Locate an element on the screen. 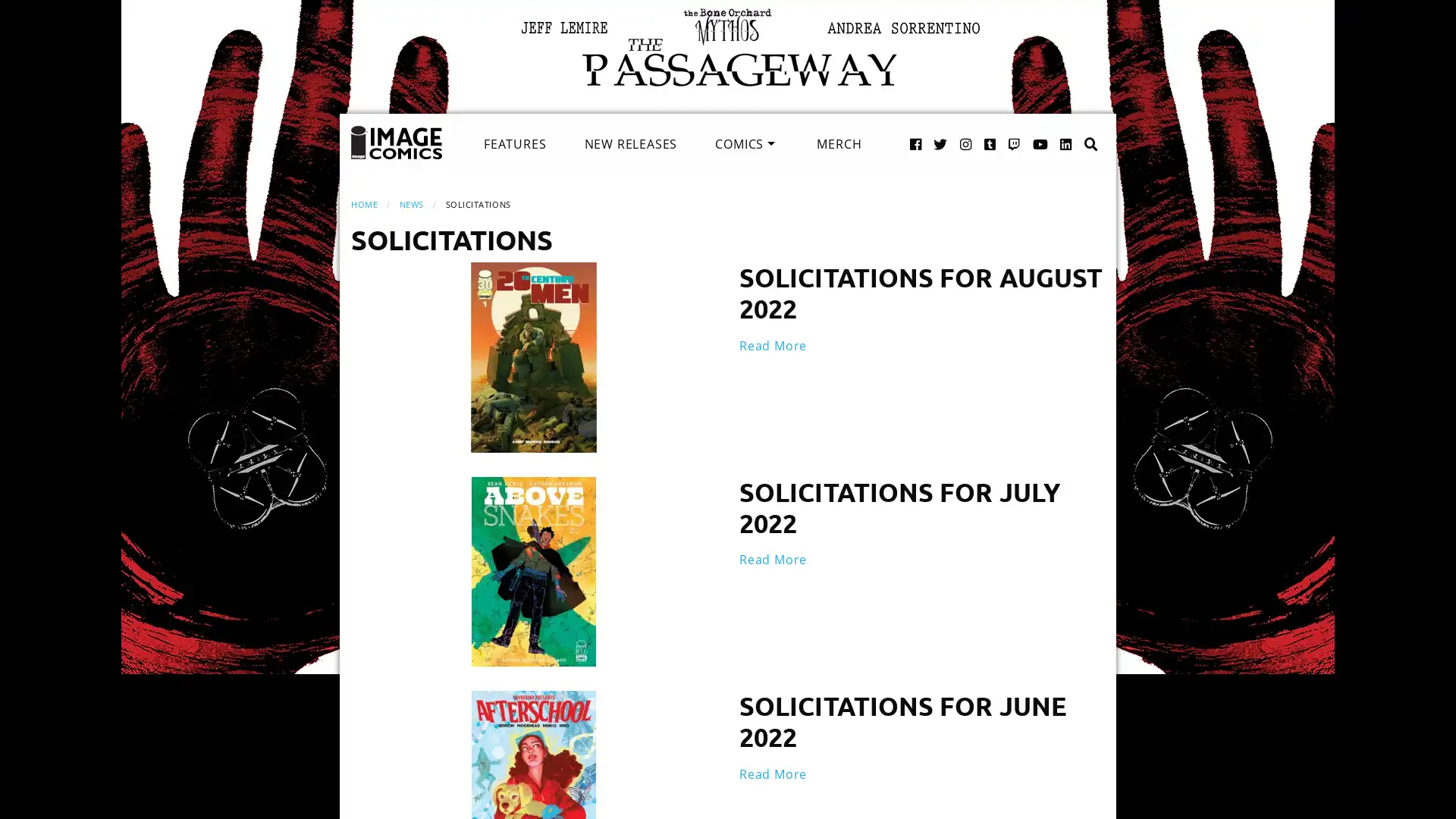 The height and width of the screenshot is (819, 1456). Search is located at coordinates (1075, 127).